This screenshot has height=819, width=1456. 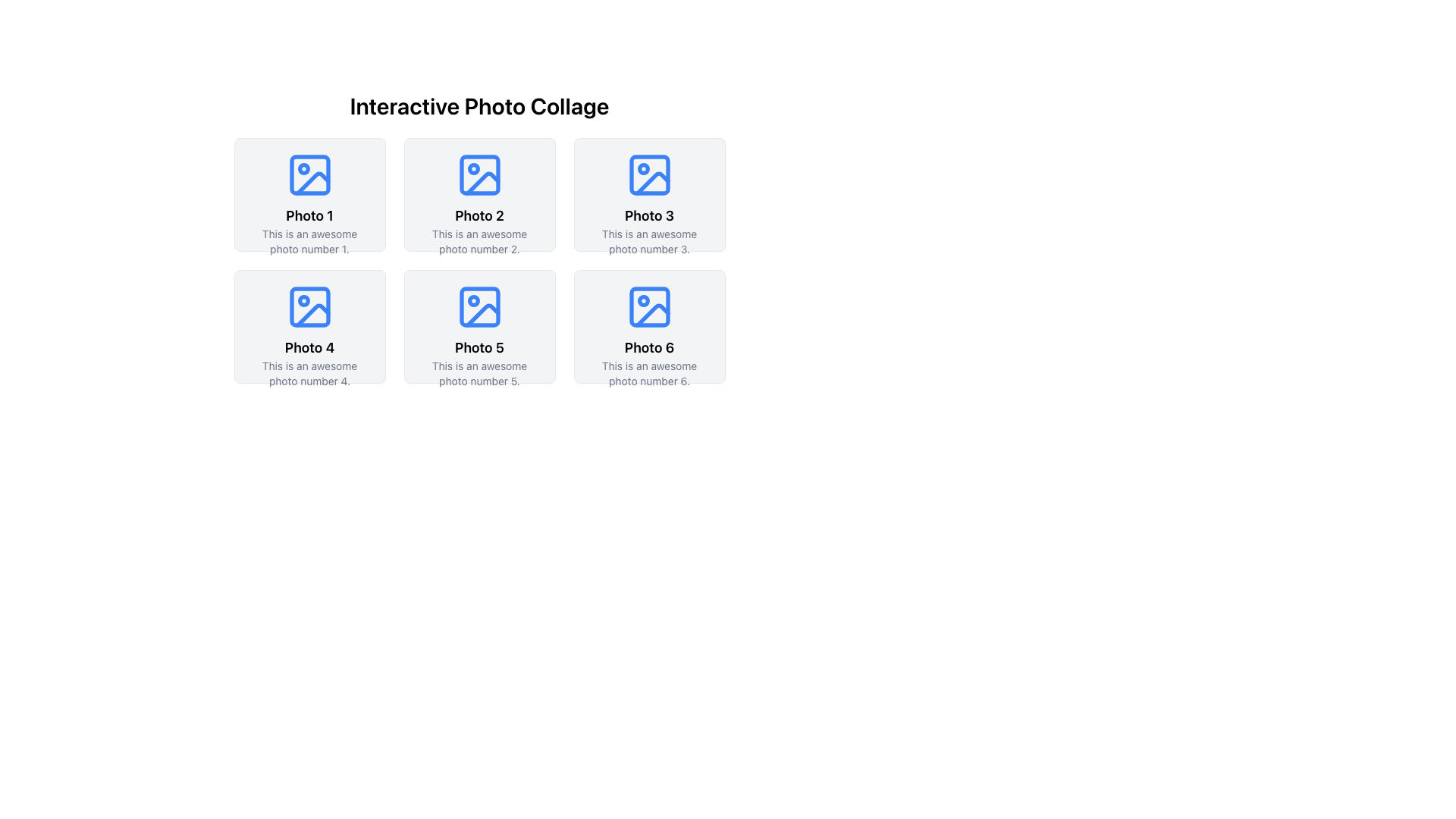 What do you see at coordinates (479, 194) in the screenshot?
I see `the second card in the first row of the gallery interface that displays a photo's title and description to interact or expand` at bounding box center [479, 194].